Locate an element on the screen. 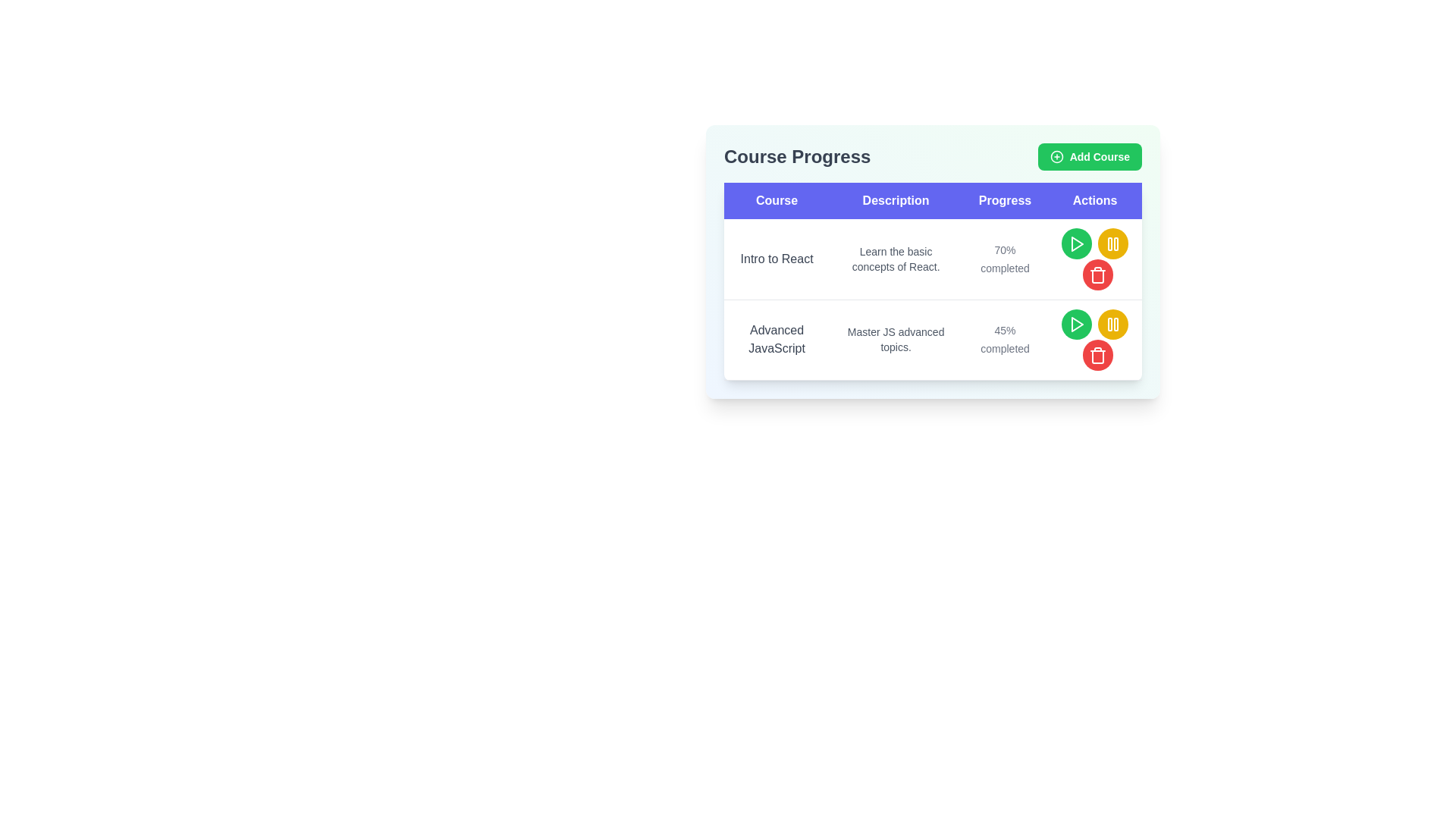 The width and height of the screenshot is (1456, 819). the left rectangle of the pause icon, which is part of a table interface in the second row is located at coordinates (1110, 243).